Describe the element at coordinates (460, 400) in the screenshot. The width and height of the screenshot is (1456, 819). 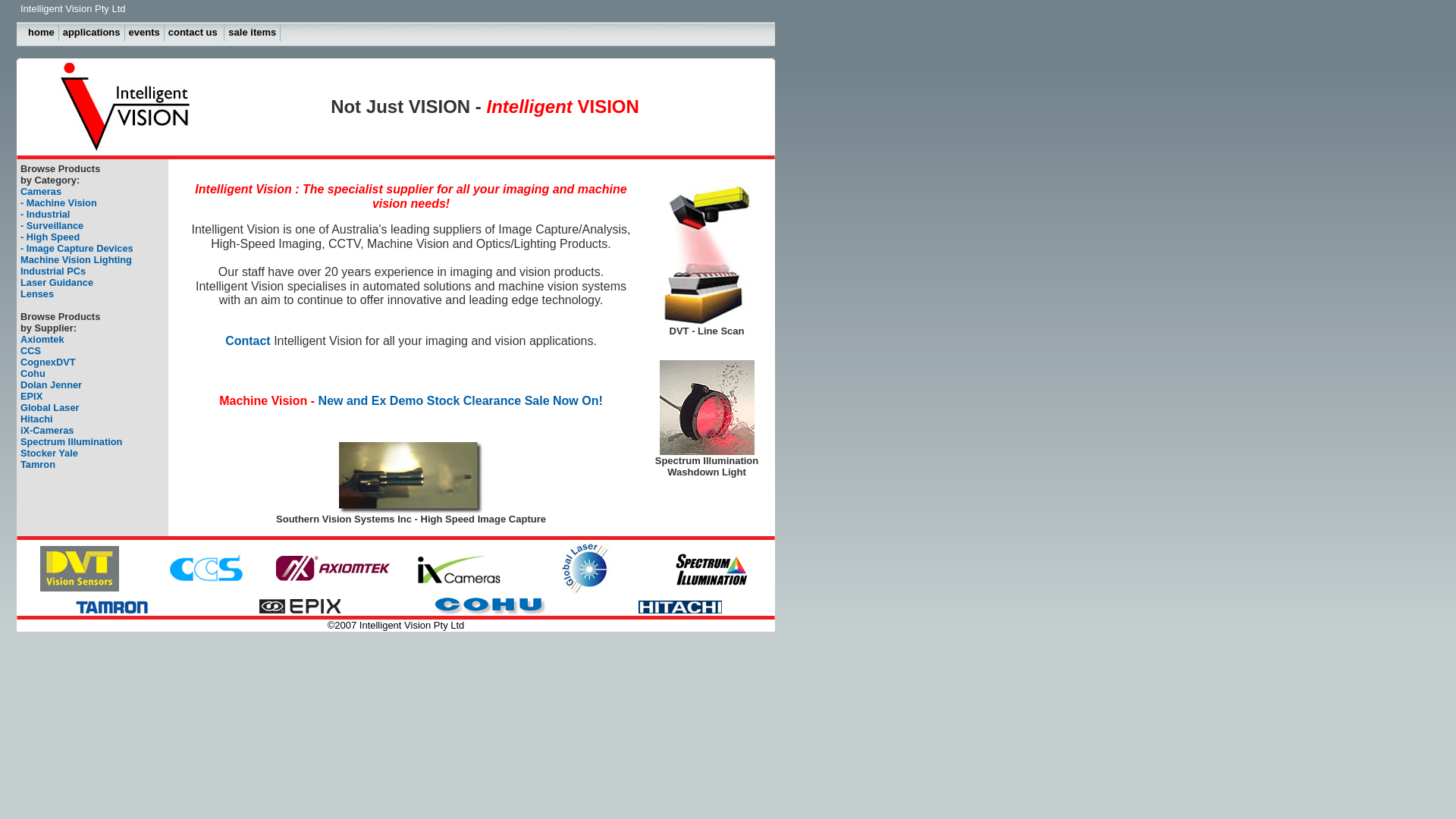
I see `'New and Ex Demo Stock Clearance Sale Now On!'` at that location.